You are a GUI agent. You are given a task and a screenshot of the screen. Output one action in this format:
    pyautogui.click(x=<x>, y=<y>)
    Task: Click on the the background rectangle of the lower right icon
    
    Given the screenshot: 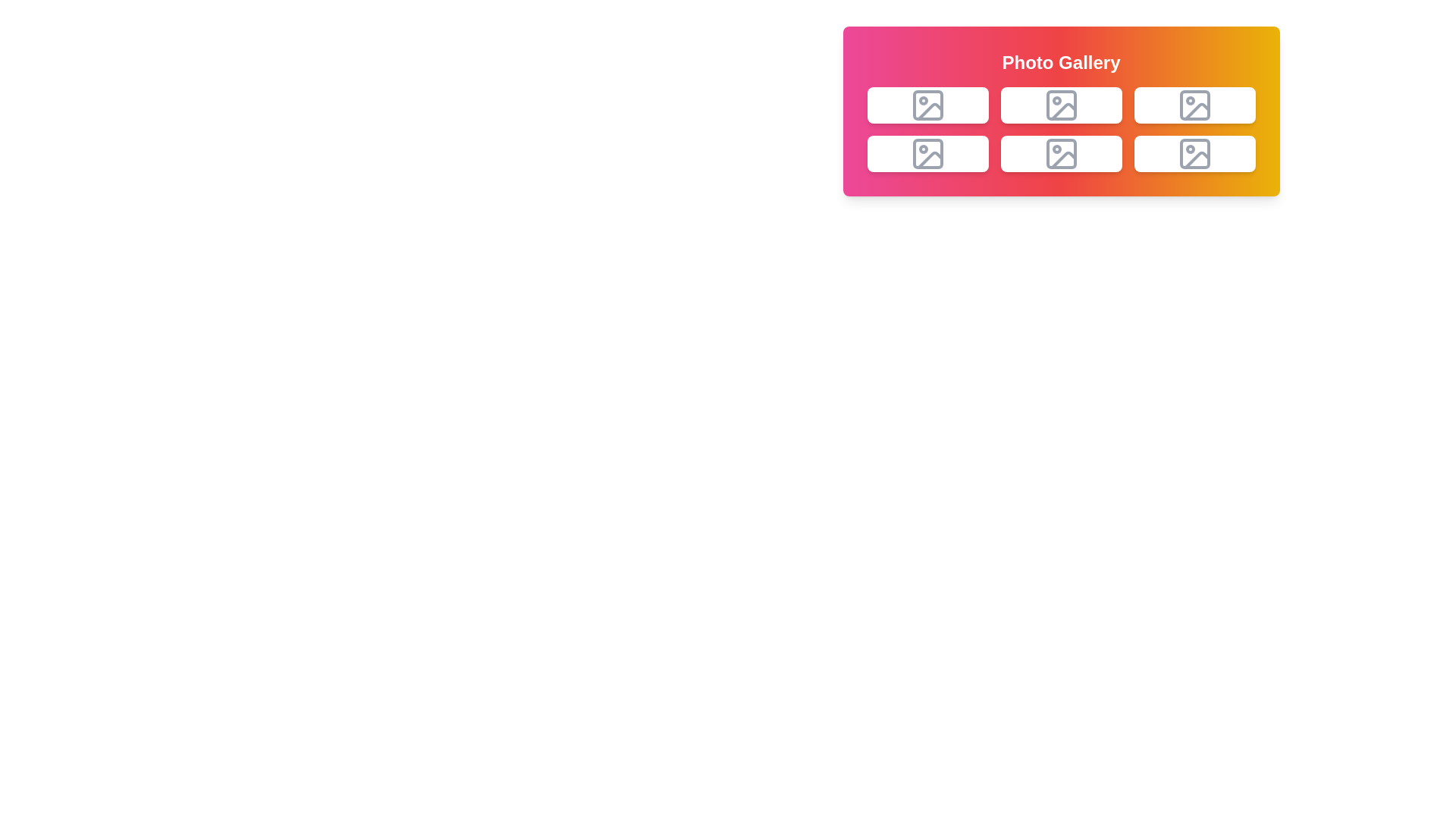 What is the action you would take?
    pyautogui.click(x=1060, y=154)
    